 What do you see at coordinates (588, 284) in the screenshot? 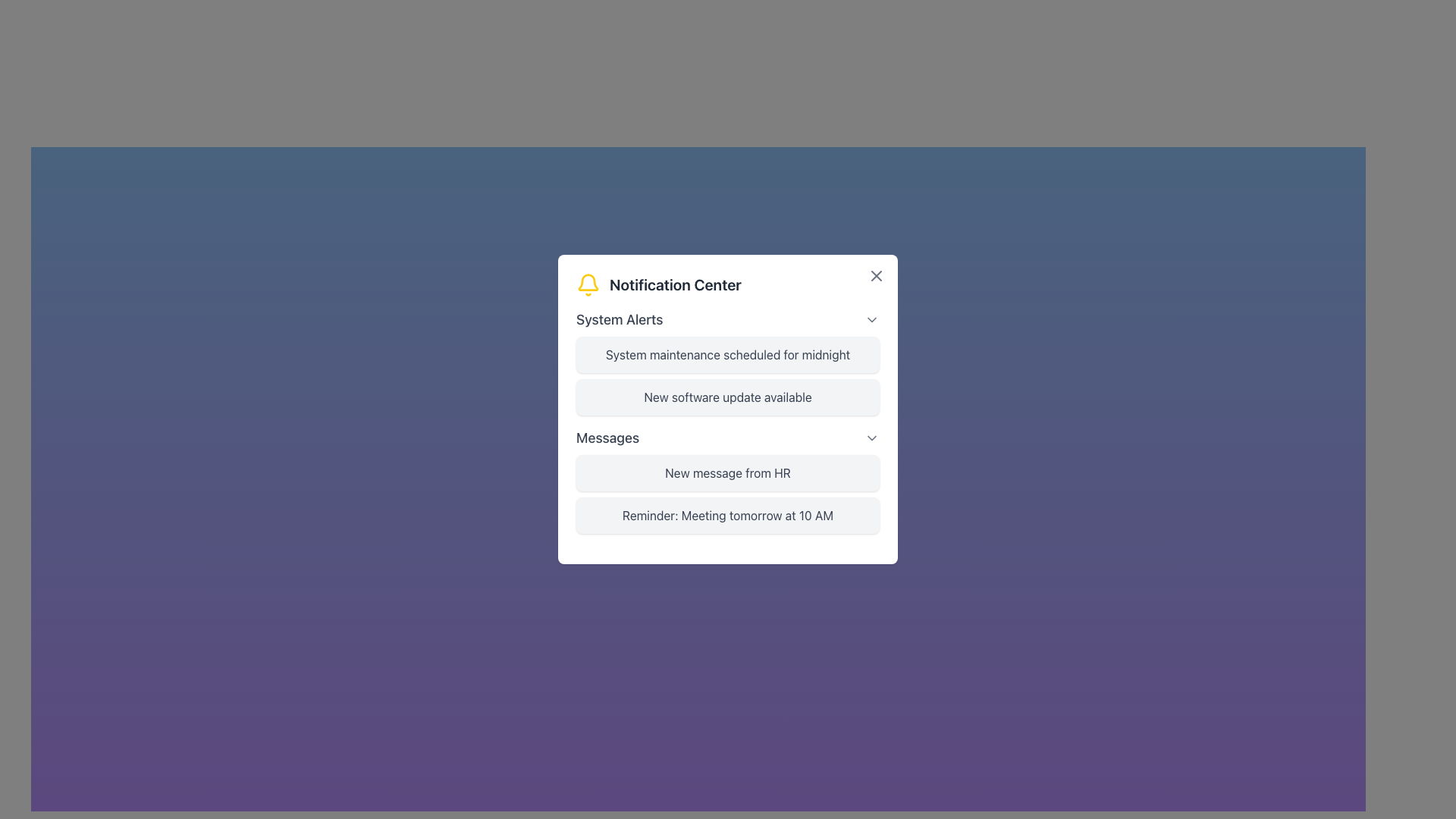
I see `the notification icon located at the leftmost side of the header section of the 'Notification Center' widget, adjacent to the text labeled 'Notification Center'` at bounding box center [588, 284].